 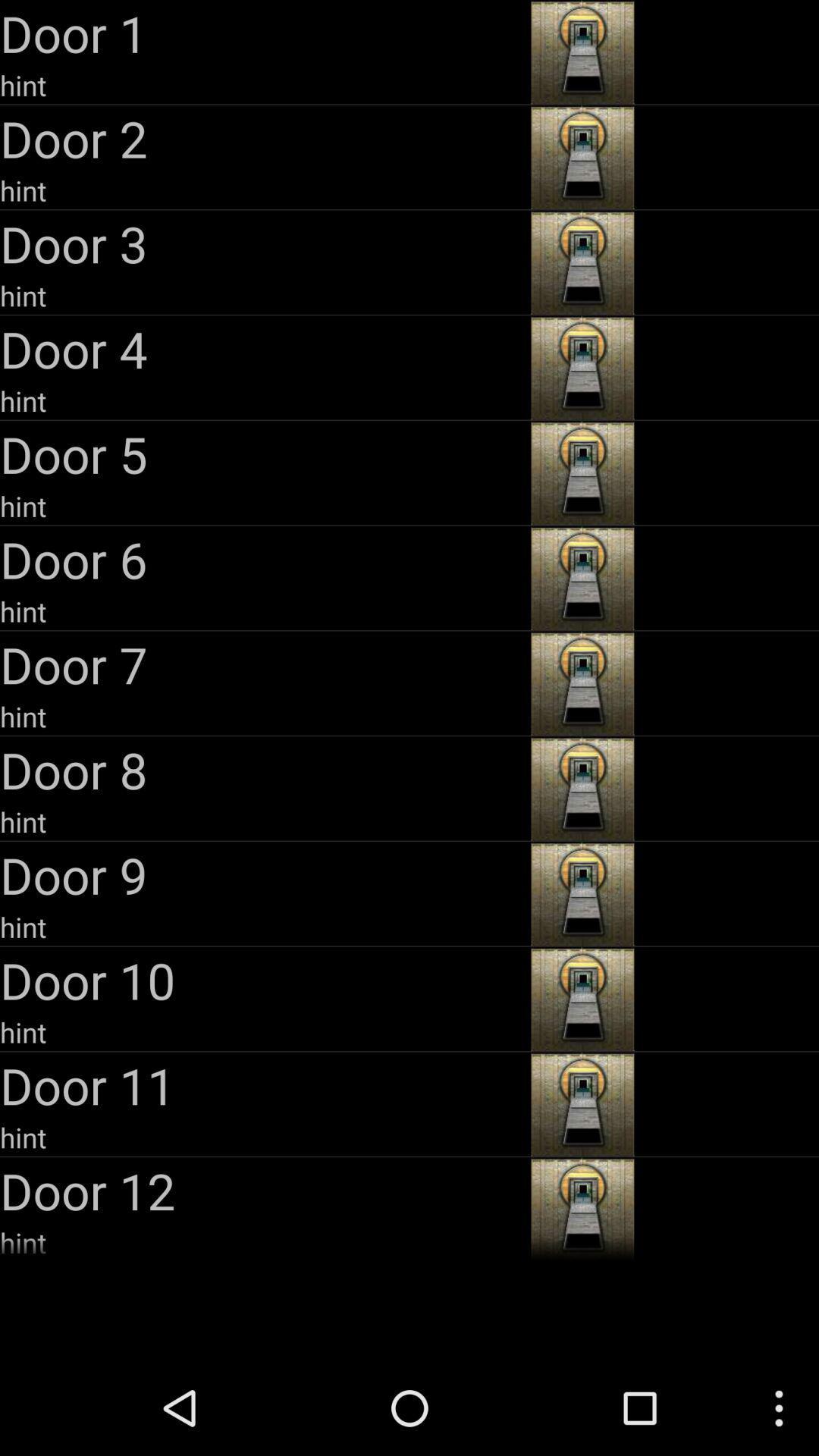 I want to click on the door 8, so click(x=262, y=770).